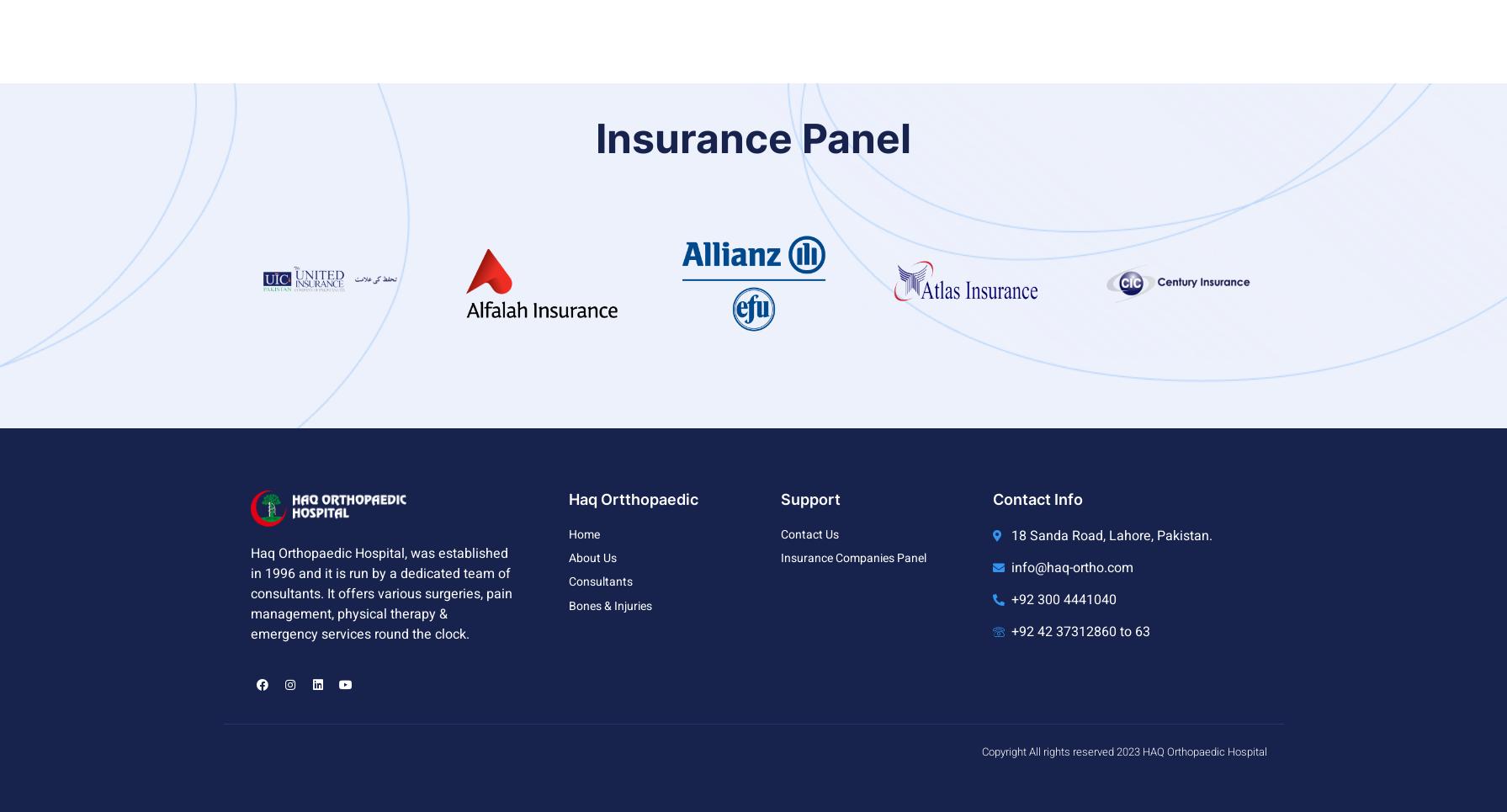 The height and width of the screenshot is (812, 1507). Describe the element at coordinates (1071, 565) in the screenshot. I see `'info@haq-ortho.com'` at that location.